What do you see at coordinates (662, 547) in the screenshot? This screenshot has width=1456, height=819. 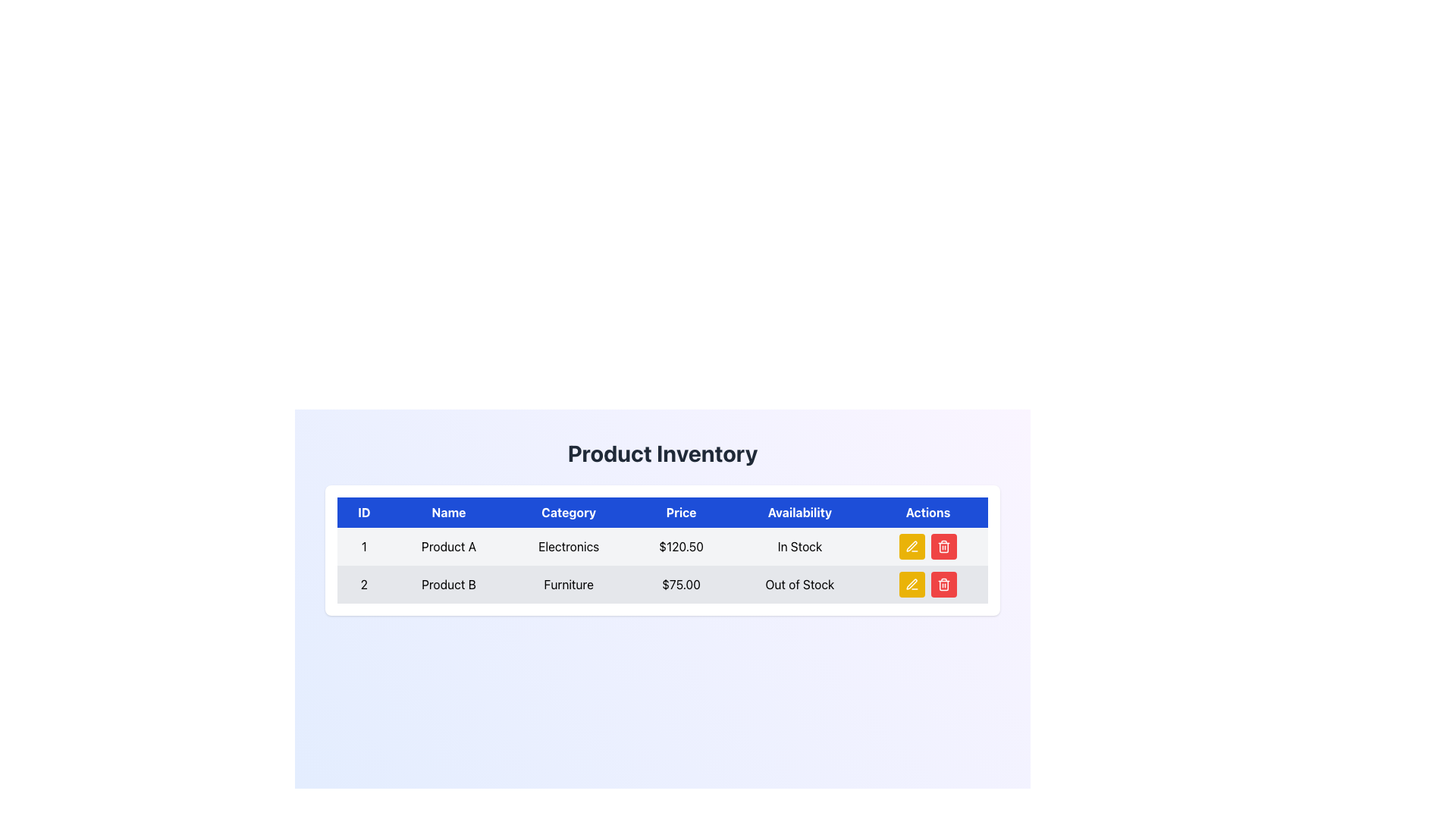 I see `the price cell for 'Product A' located in the first row of the table, specifically in the fourth cell under the Price column` at bounding box center [662, 547].